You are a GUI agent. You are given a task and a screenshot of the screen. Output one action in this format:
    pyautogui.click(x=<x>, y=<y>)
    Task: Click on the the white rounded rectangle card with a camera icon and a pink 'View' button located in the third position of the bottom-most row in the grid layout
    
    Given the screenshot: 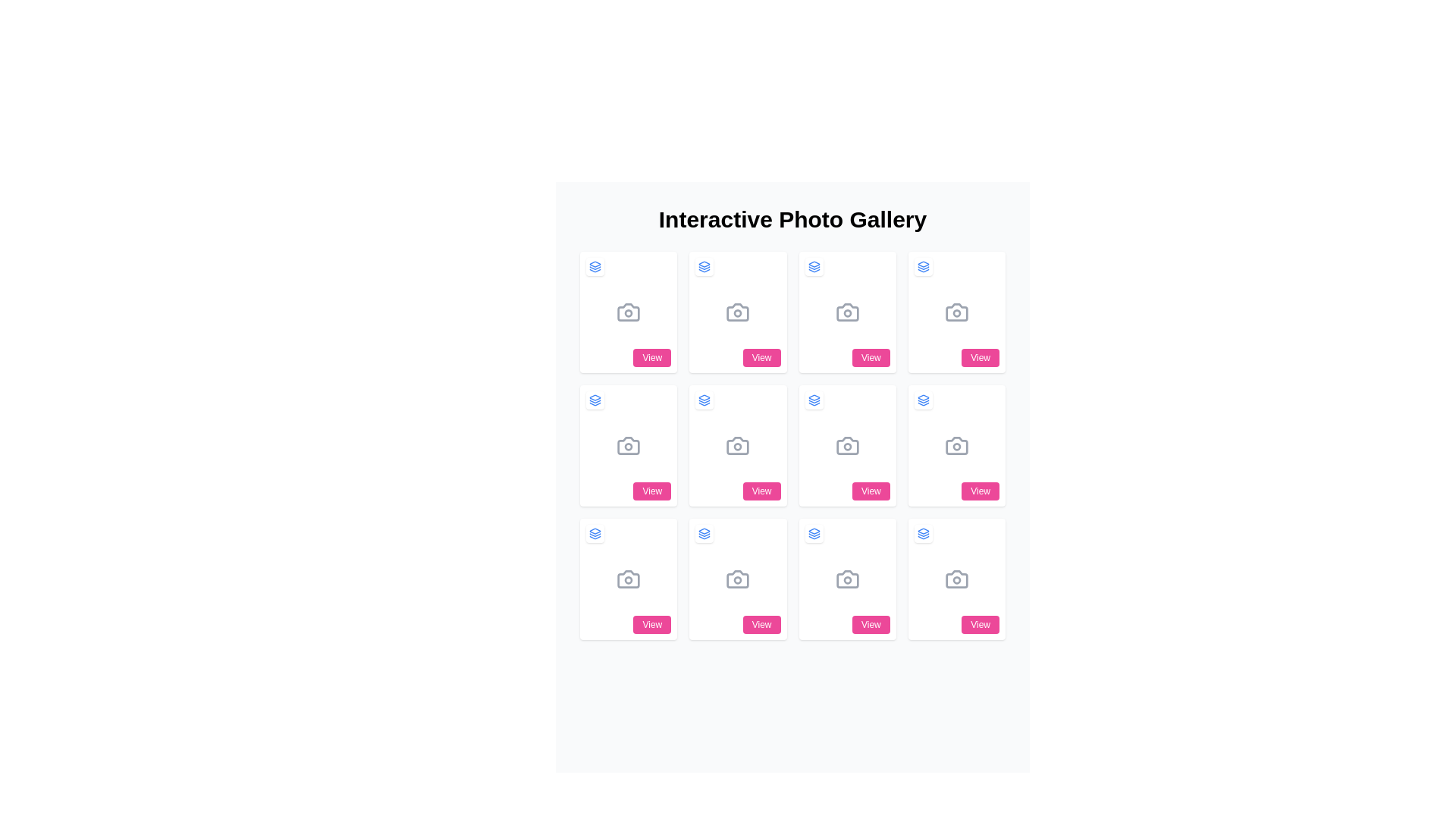 What is the action you would take?
    pyautogui.click(x=738, y=579)
    